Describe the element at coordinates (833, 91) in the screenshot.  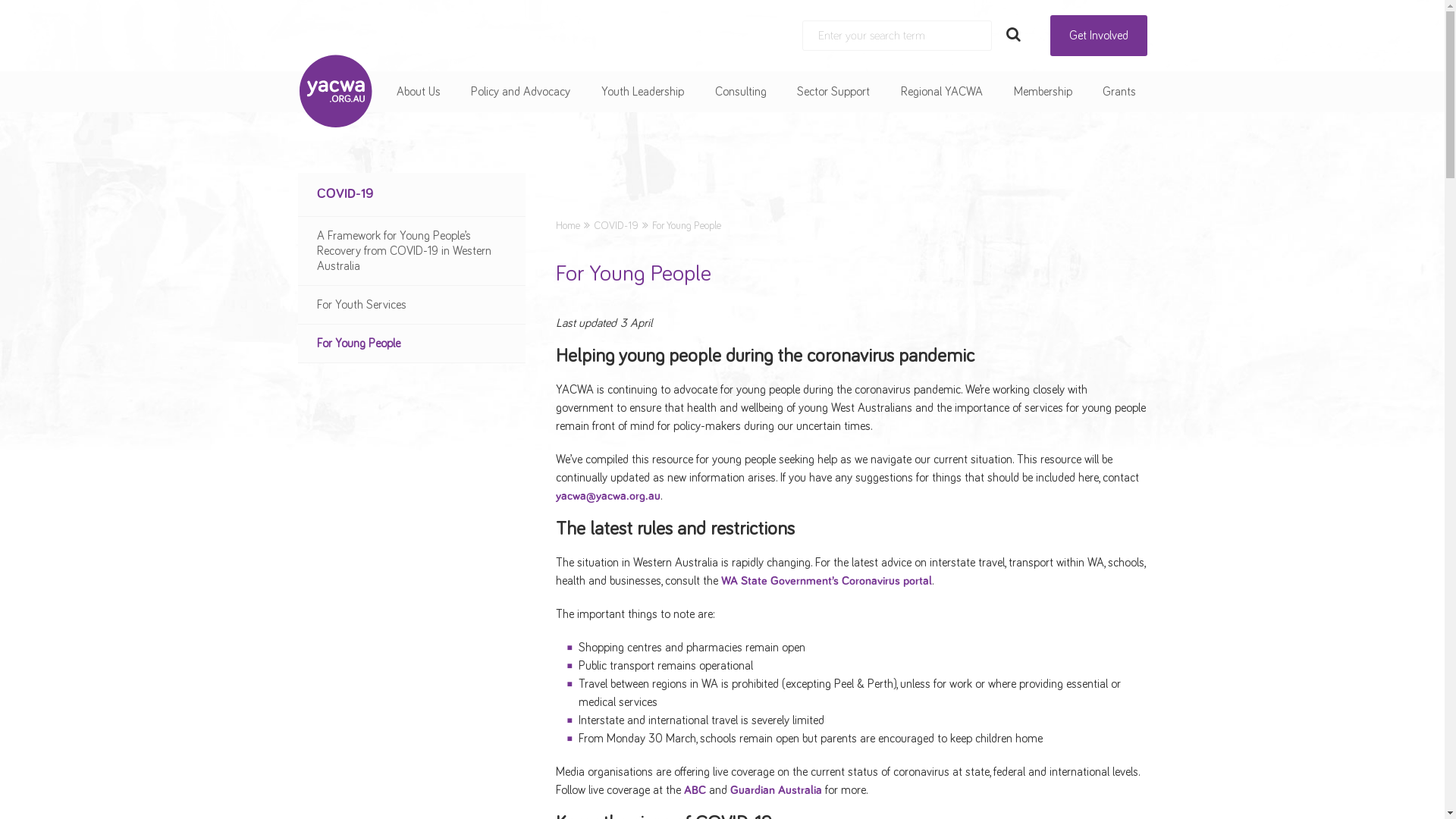
I see `'Sector Support'` at that location.